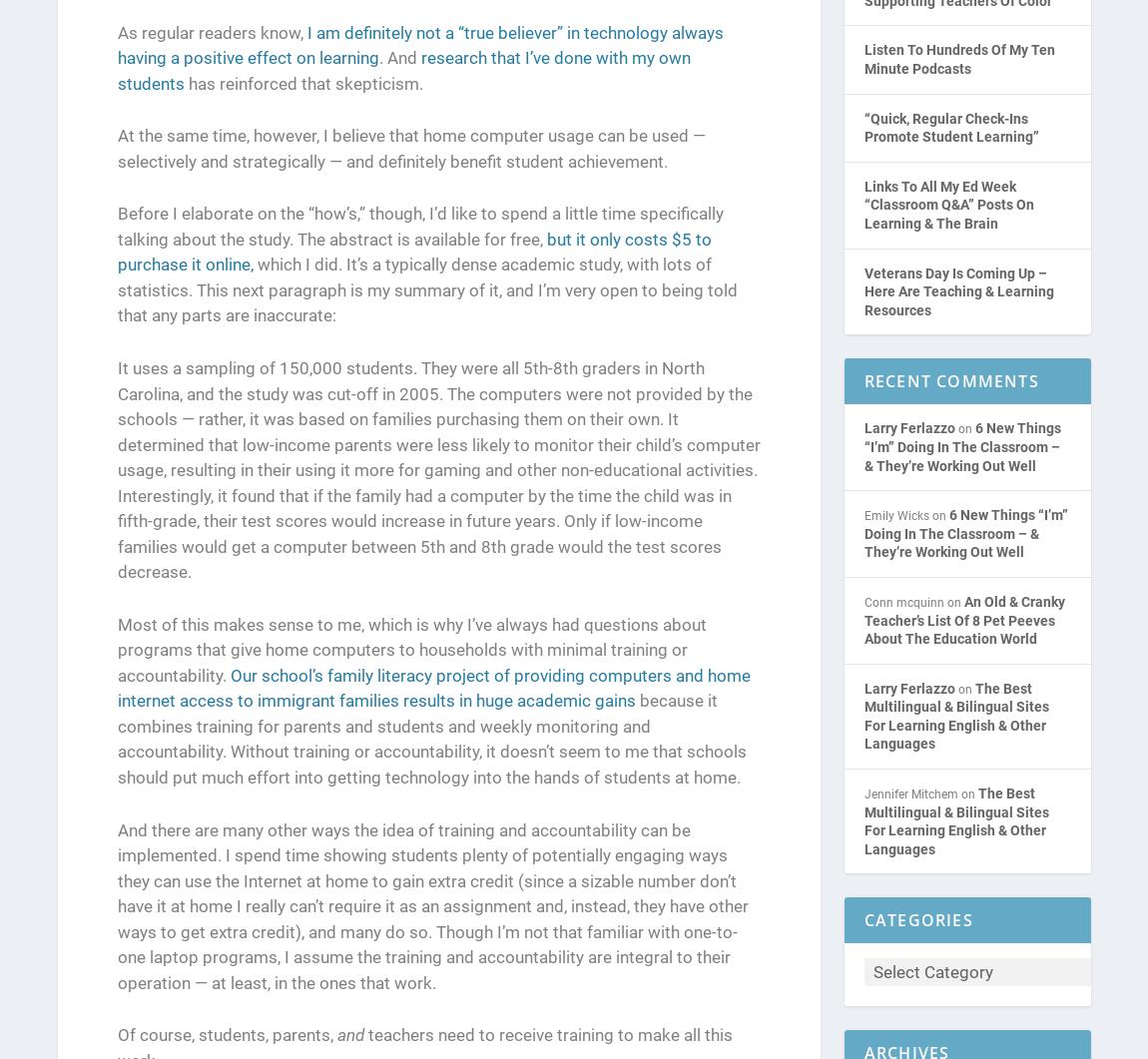 Image resolution: width=1148 pixels, height=1059 pixels. What do you see at coordinates (419, 45) in the screenshot?
I see `'I am definitely not a “true believer” in technology always having a positive effect on learning'` at bounding box center [419, 45].